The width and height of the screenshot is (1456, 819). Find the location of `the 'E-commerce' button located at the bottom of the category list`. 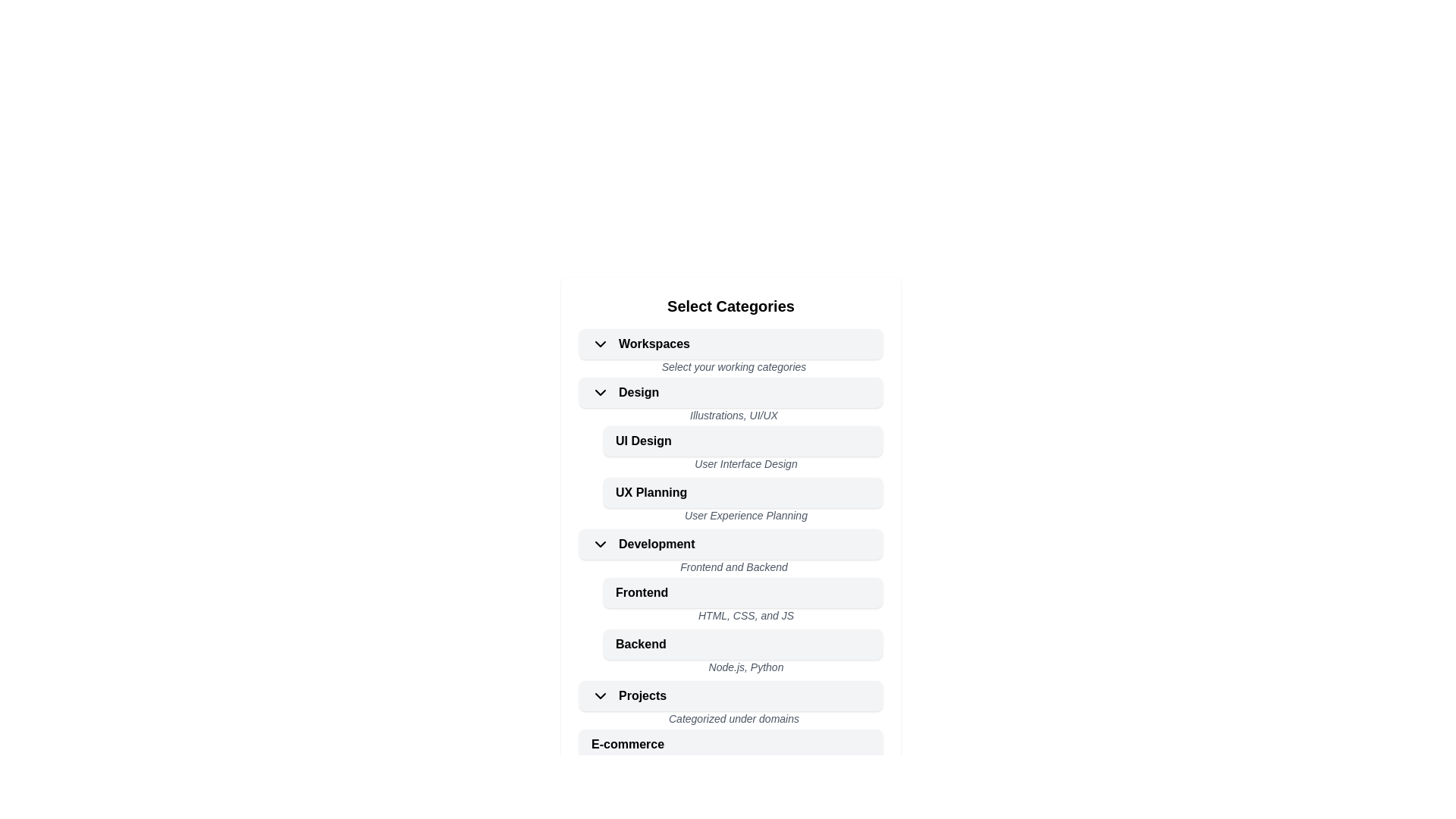

the 'E-commerce' button located at the bottom of the category list is located at coordinates (731, 744).